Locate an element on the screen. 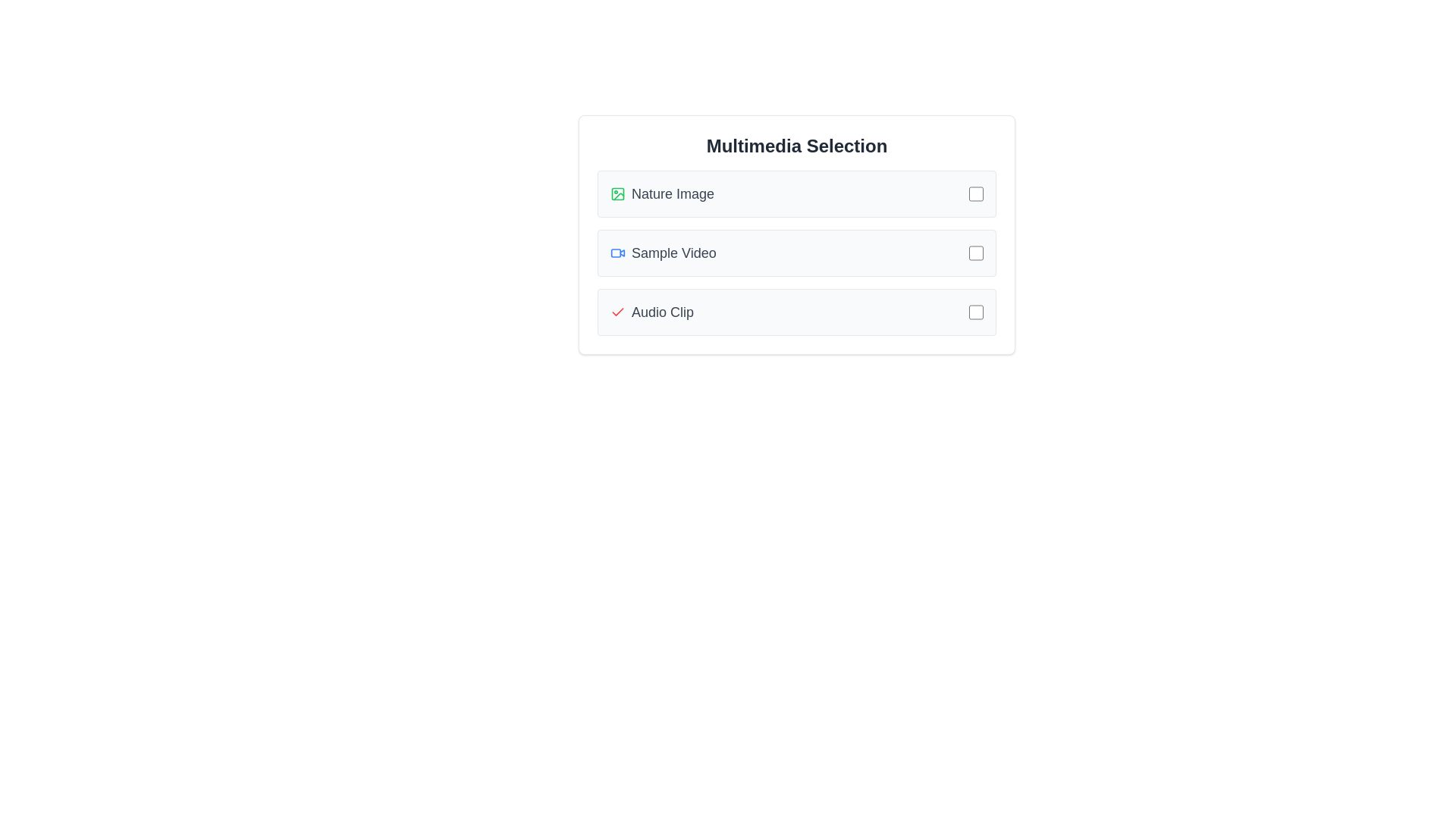 The image size is (1456, 819). the checkbox associated with the 'Nature Image' list item for keyboard interaction is located at coordinates (976, 193).